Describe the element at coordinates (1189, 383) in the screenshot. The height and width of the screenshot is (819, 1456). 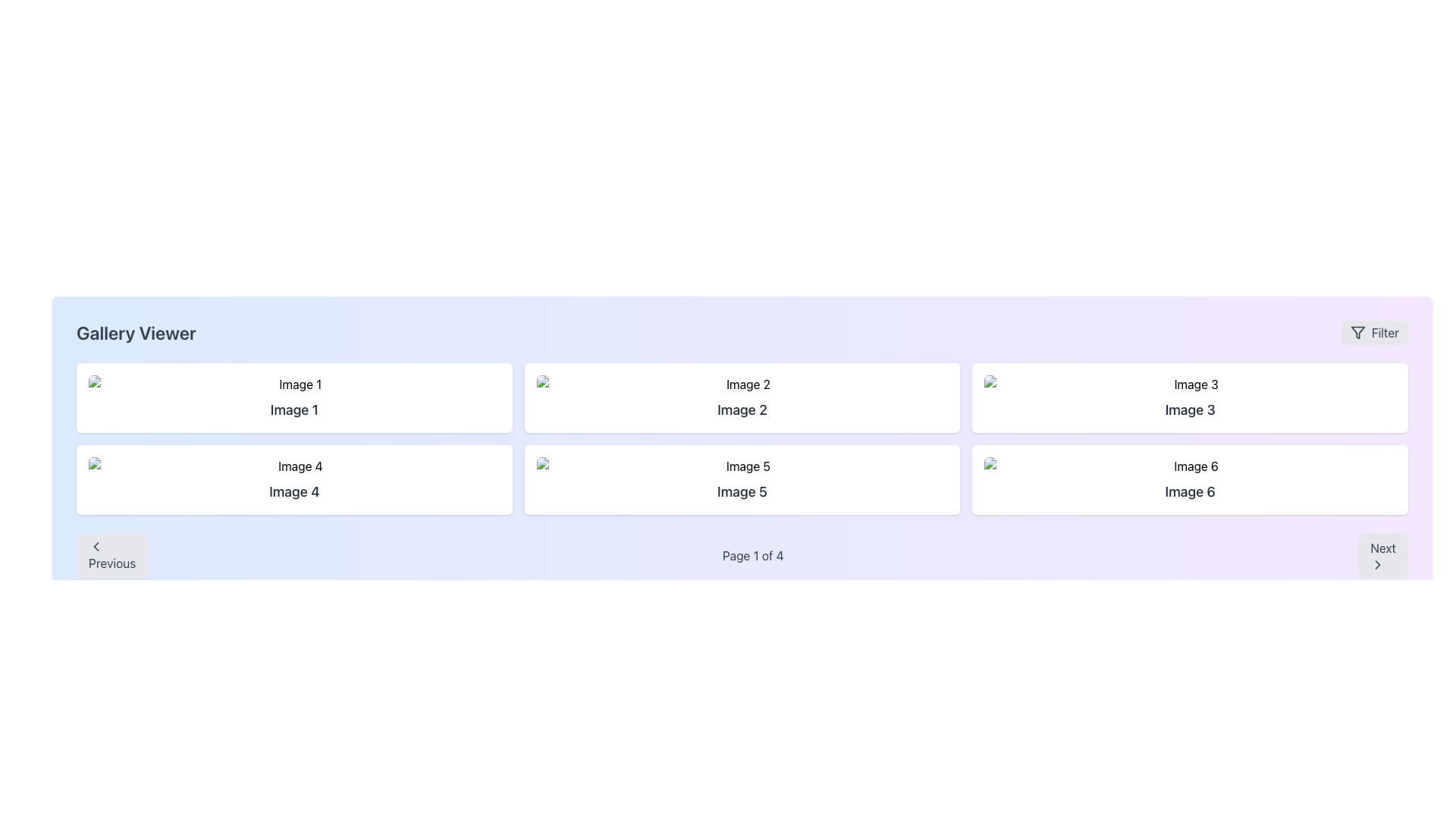
I see `the placeholder image labeled 'Image 3' located in the third card of the second row in the grid layout` at that location.